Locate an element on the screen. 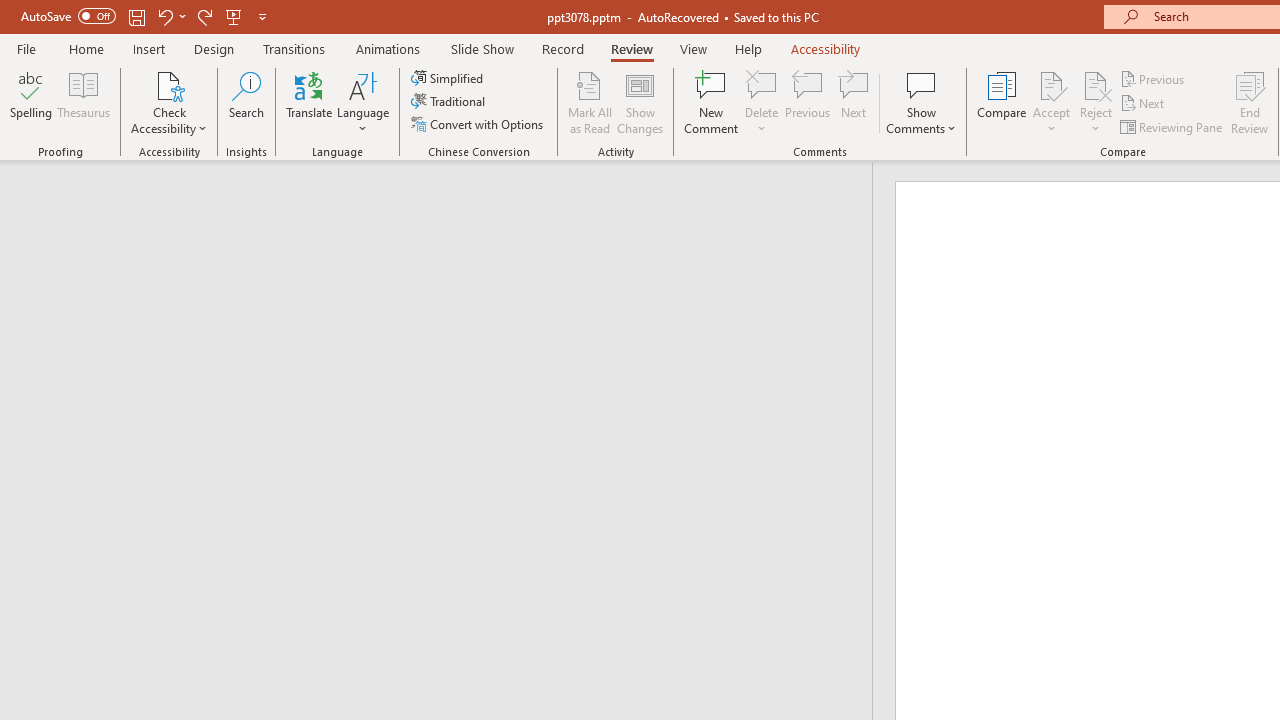 The width and height of the screenshot is (1280, 720). 'Reject Change' is located at coordinates (1095, 84).